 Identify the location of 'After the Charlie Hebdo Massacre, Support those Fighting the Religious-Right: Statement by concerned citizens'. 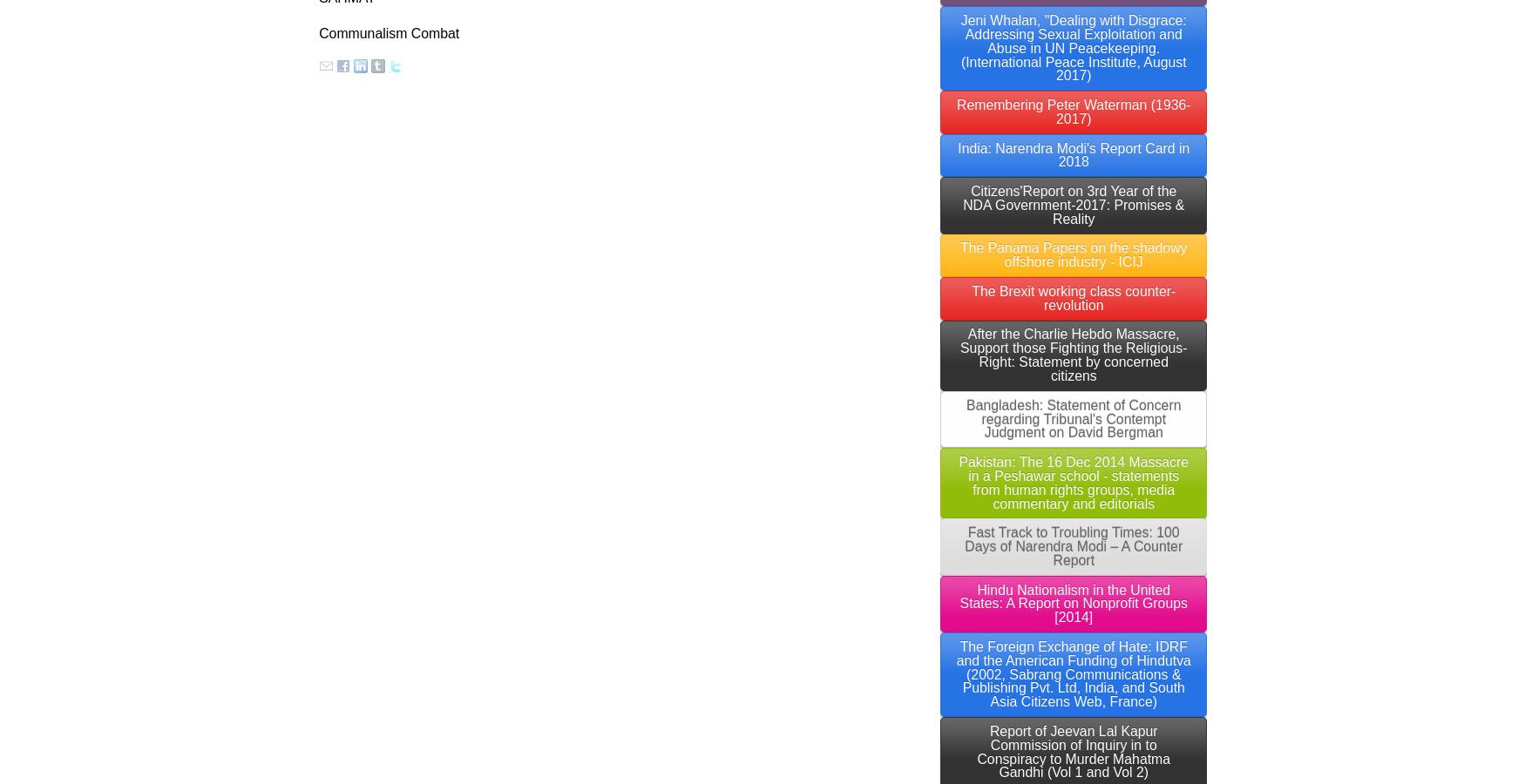
(1074, 355).